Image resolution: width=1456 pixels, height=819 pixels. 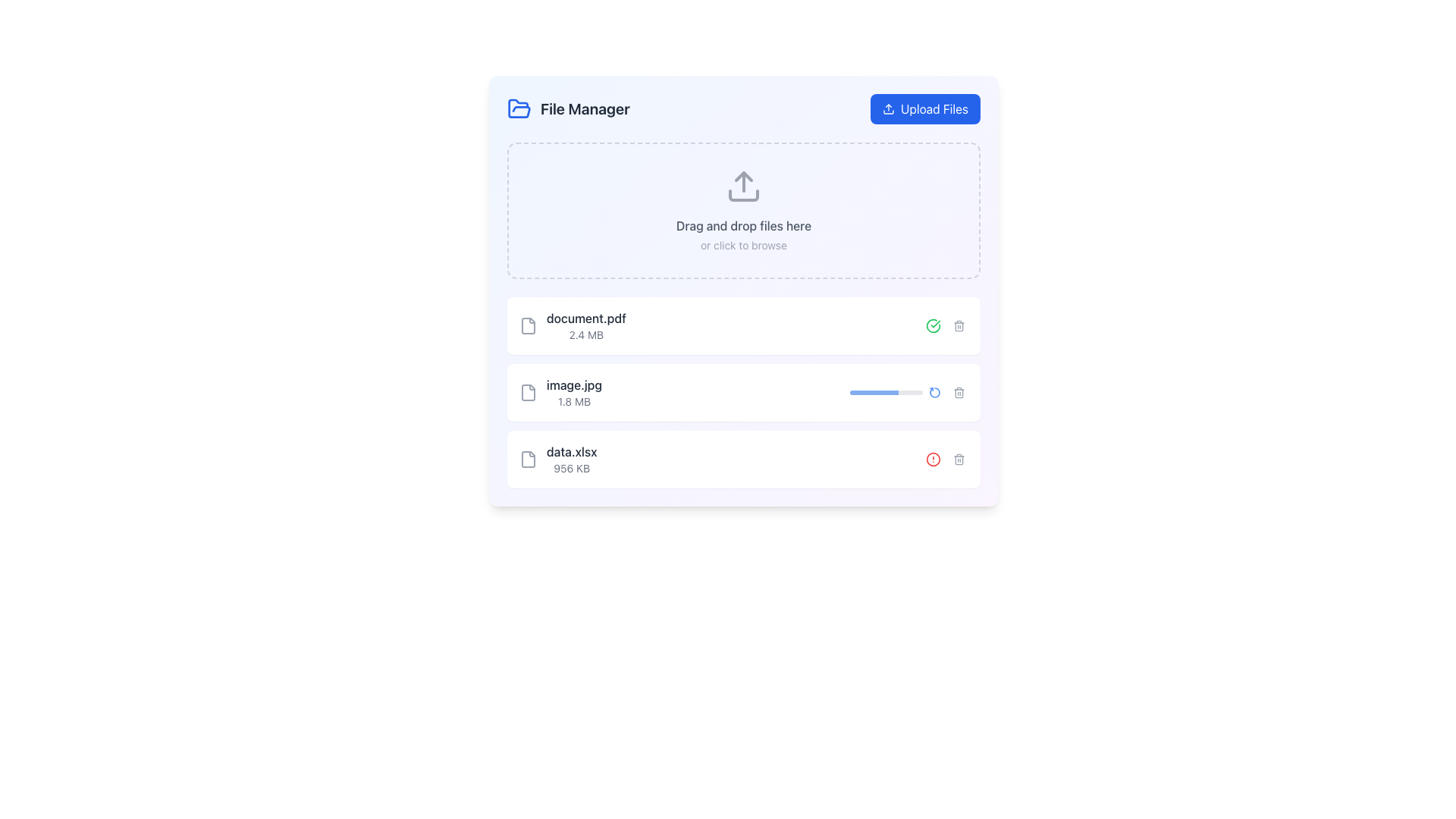 I want to click on the circular green icon representing the upload status of a file, located on the right-hand side of the second row in the file list, so click(x=932, y=325).